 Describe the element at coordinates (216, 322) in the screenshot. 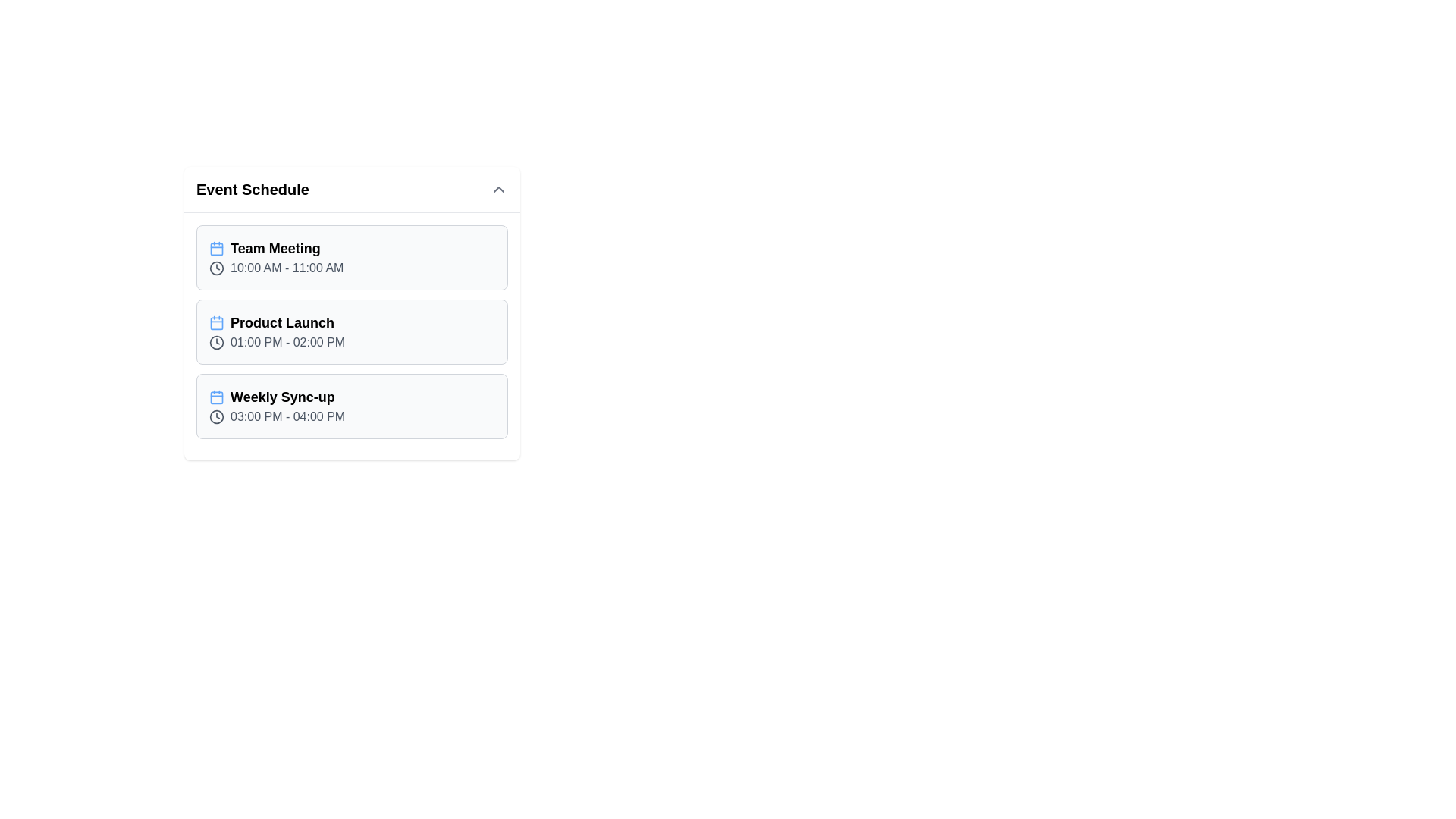

I see `the calendar icon styled with a light blue color, located next to the text 'Product Launch' in the 'Event Schedule' section` at that location.